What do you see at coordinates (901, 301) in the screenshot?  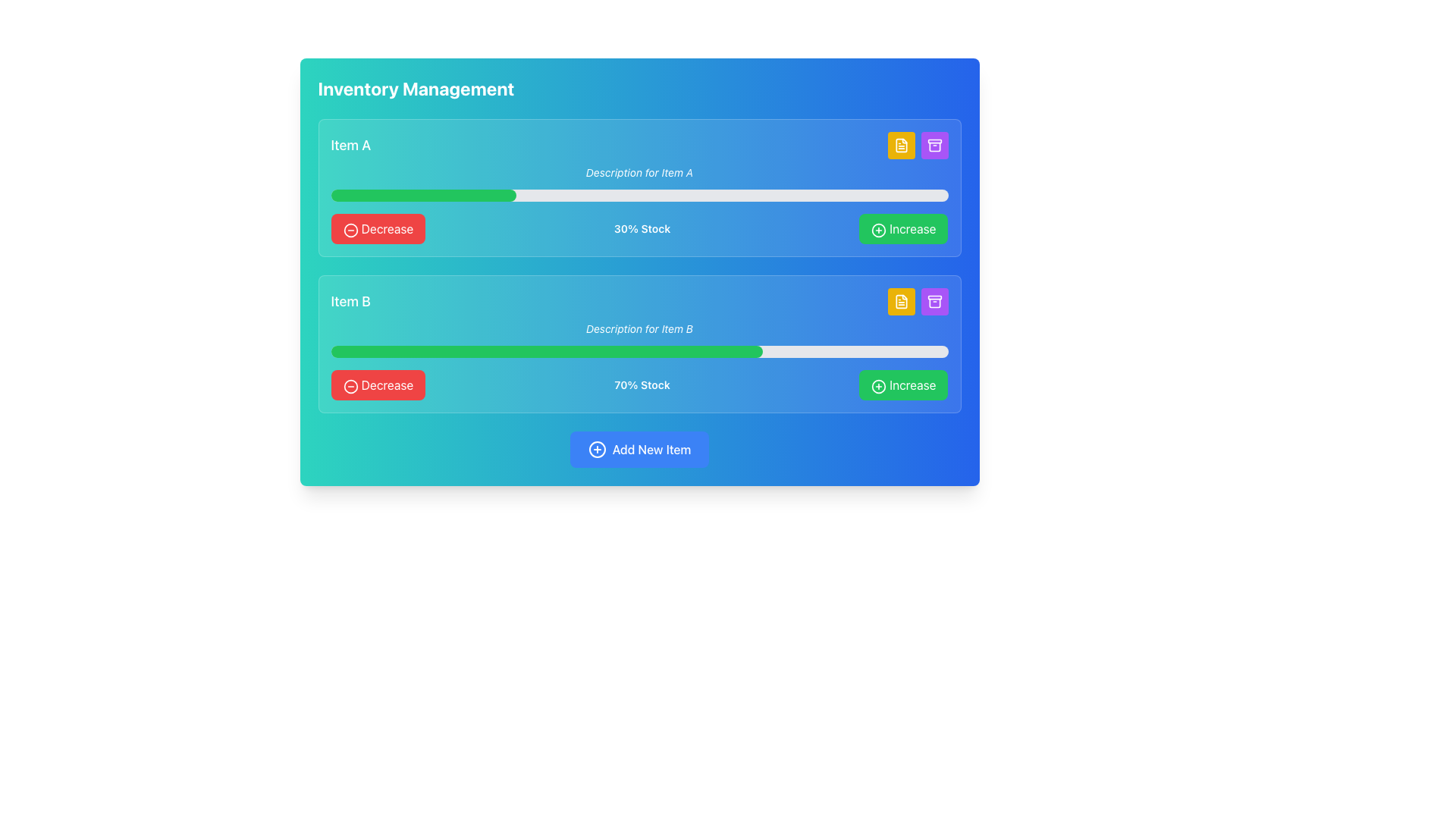 I see `the first icon button to the right within the control bar of 'Item B', located above the purple trash icon and near the green 'Increase' button` at bounding box center [901, 301].